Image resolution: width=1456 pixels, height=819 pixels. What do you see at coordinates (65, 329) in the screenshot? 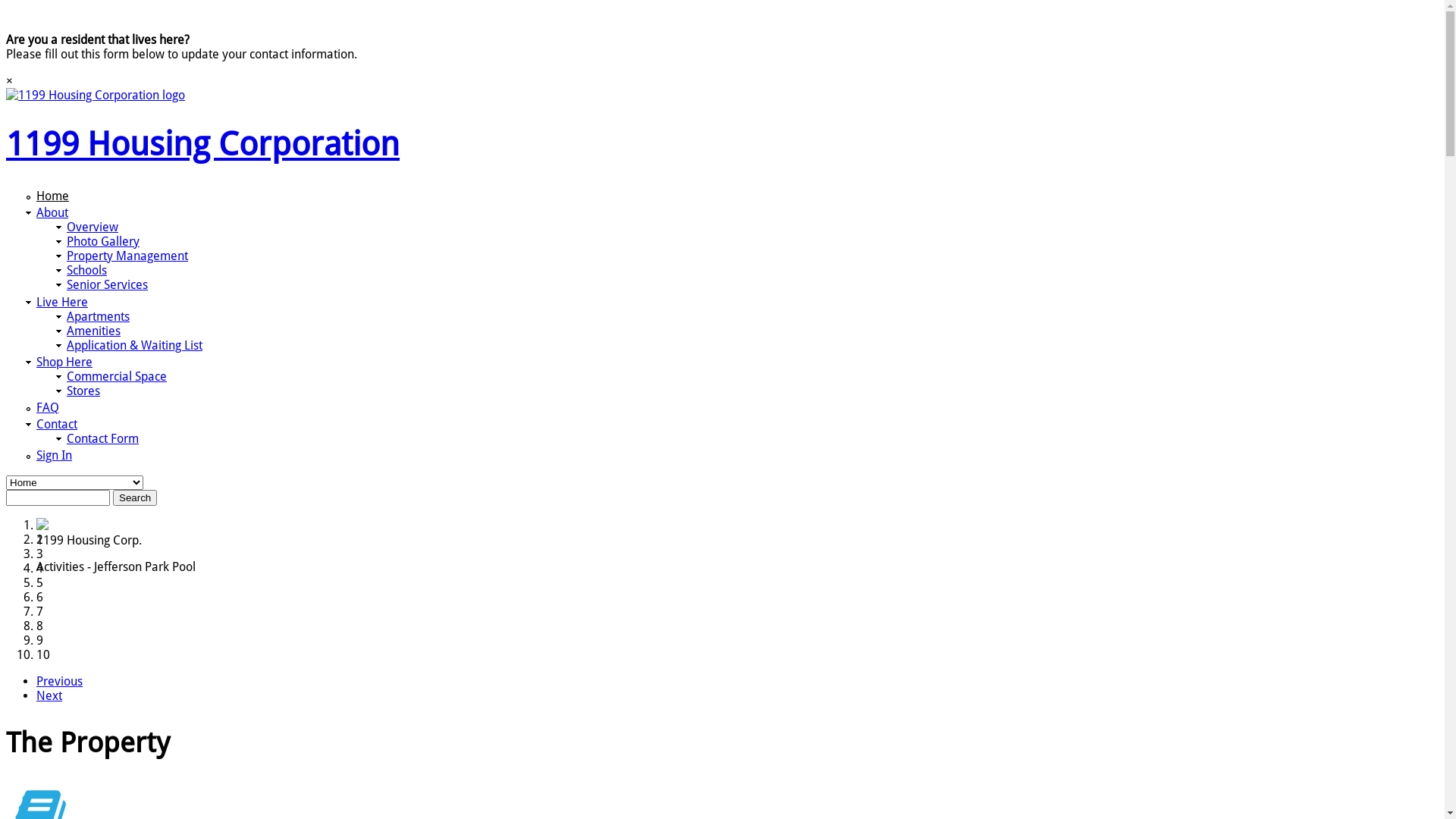
I see `'Amenities'` at bounding box center [65, 329].